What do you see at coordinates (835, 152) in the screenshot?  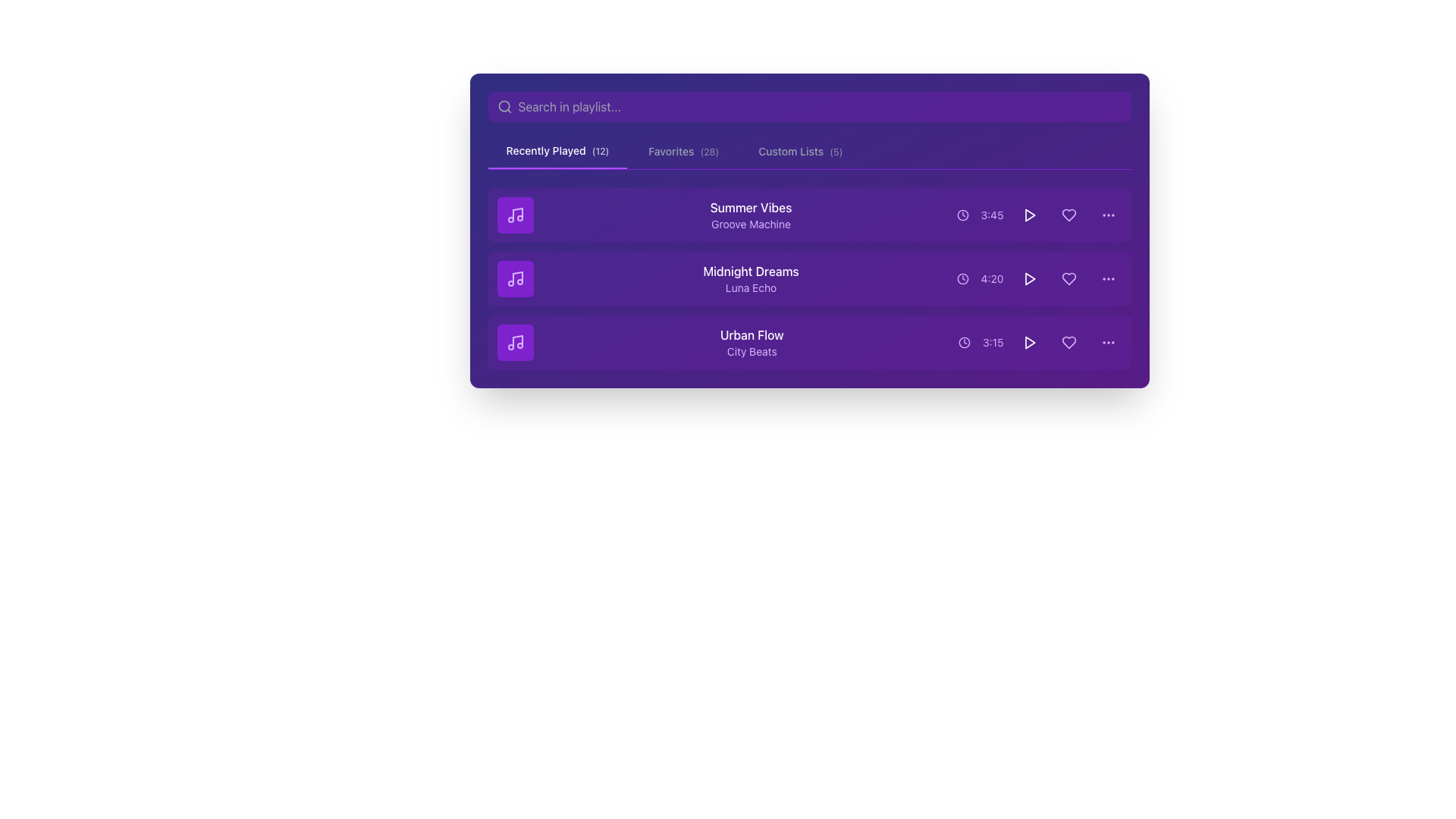 I see `the Text label that provides additional context for the 'Custom Lists' tab, located to the right of the 'Custom Lists' label in the navigation bar` at bounding box center [835, 152].